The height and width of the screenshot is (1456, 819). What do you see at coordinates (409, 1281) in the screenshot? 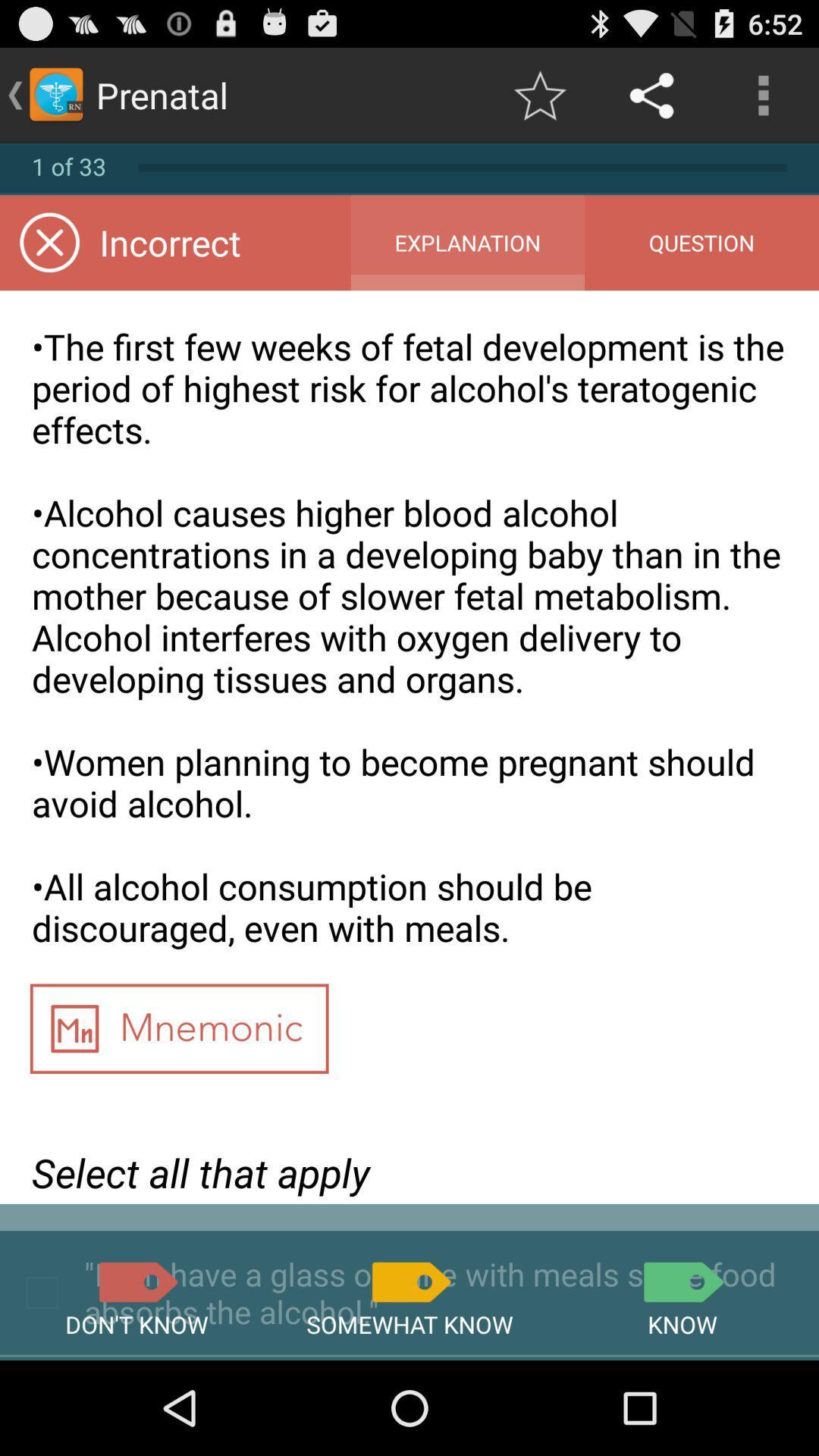
I see `somewhat know` at bounding box center [409, 1281].